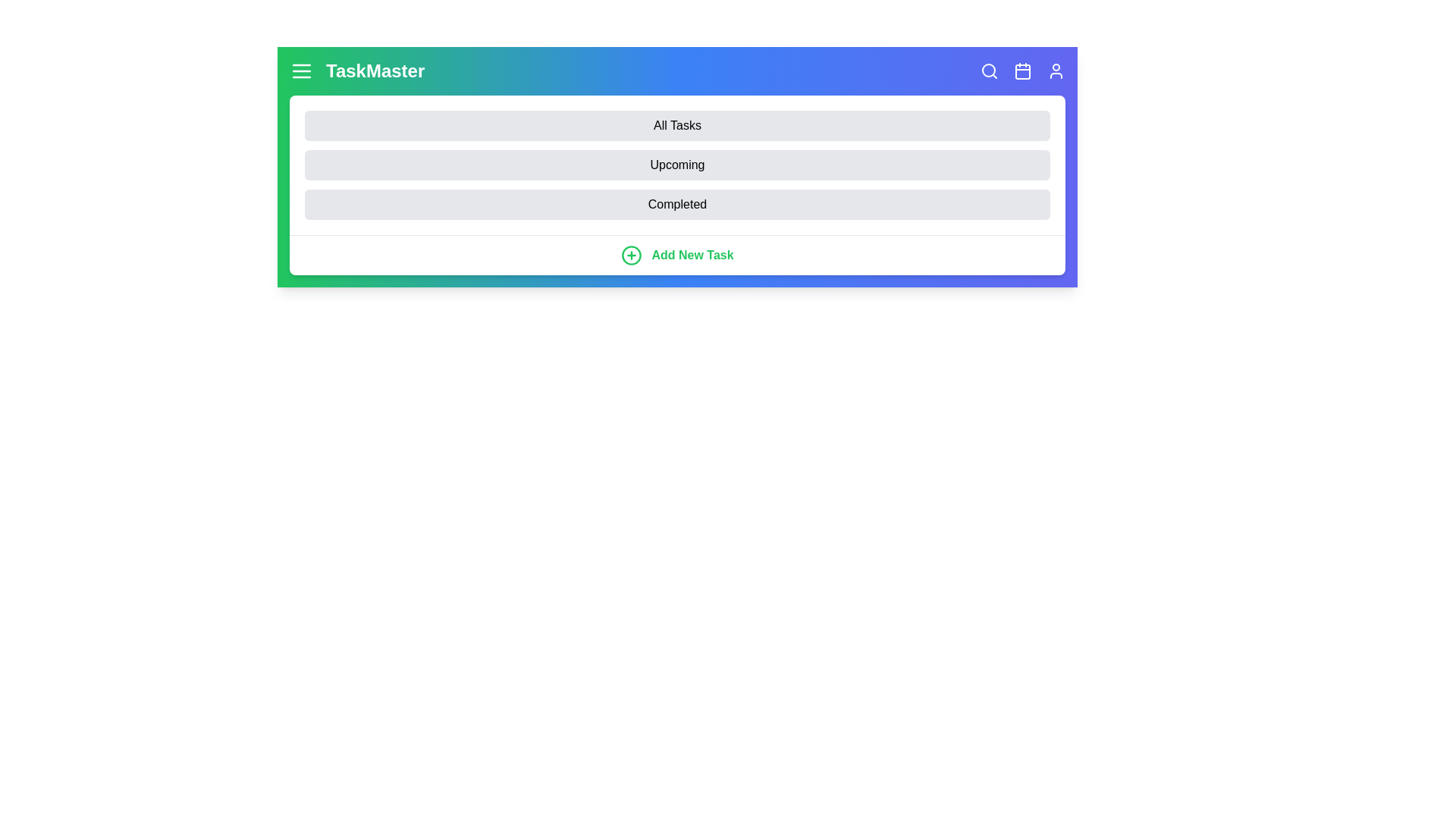  Describe the element at coordinates (302, 71) in the screenshot. I see `the menu icon to toggle the navigation menu` at that location.